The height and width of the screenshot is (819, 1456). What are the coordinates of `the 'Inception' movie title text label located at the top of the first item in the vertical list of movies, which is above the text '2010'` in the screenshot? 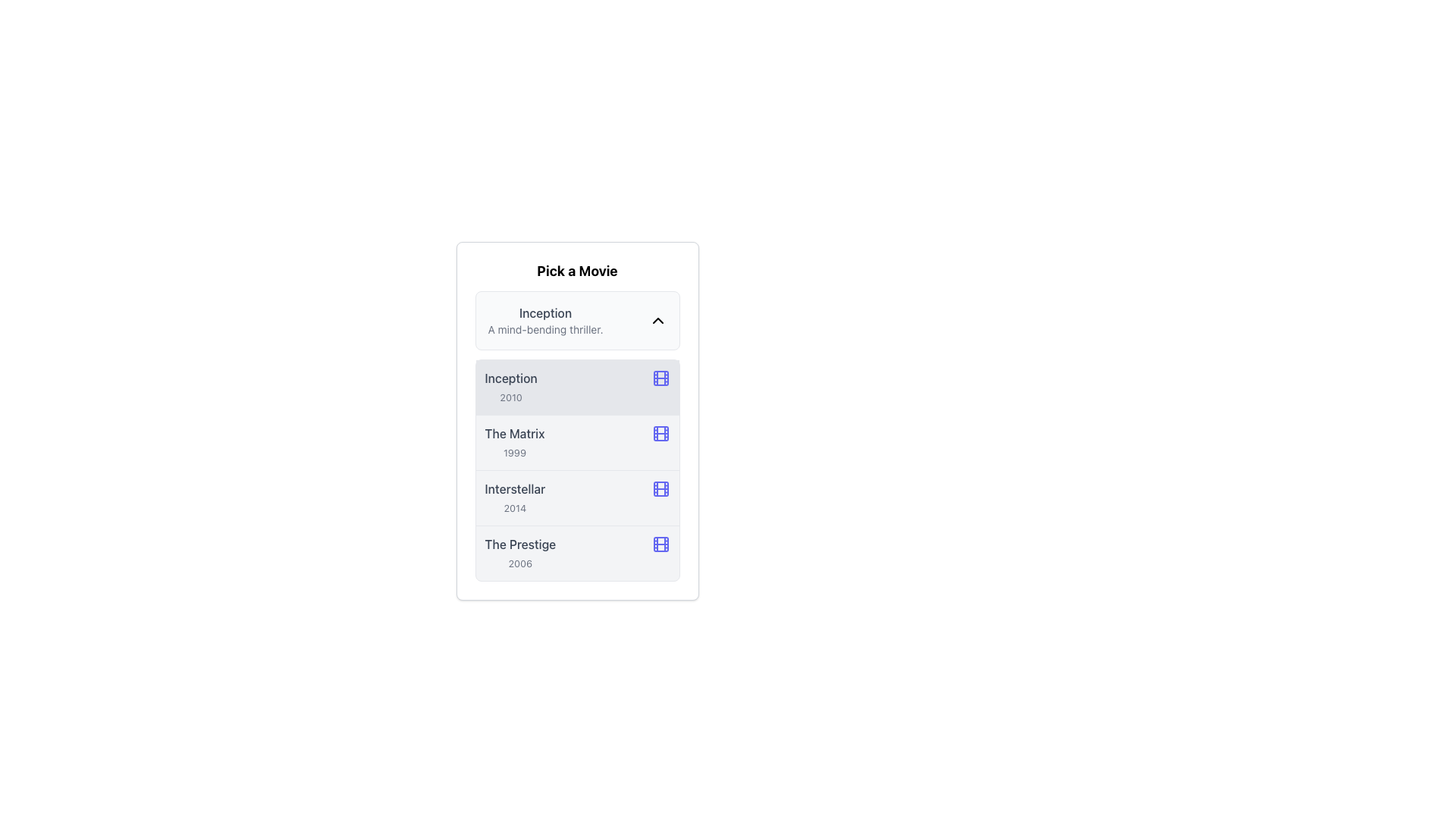 It's located at (511, 377).